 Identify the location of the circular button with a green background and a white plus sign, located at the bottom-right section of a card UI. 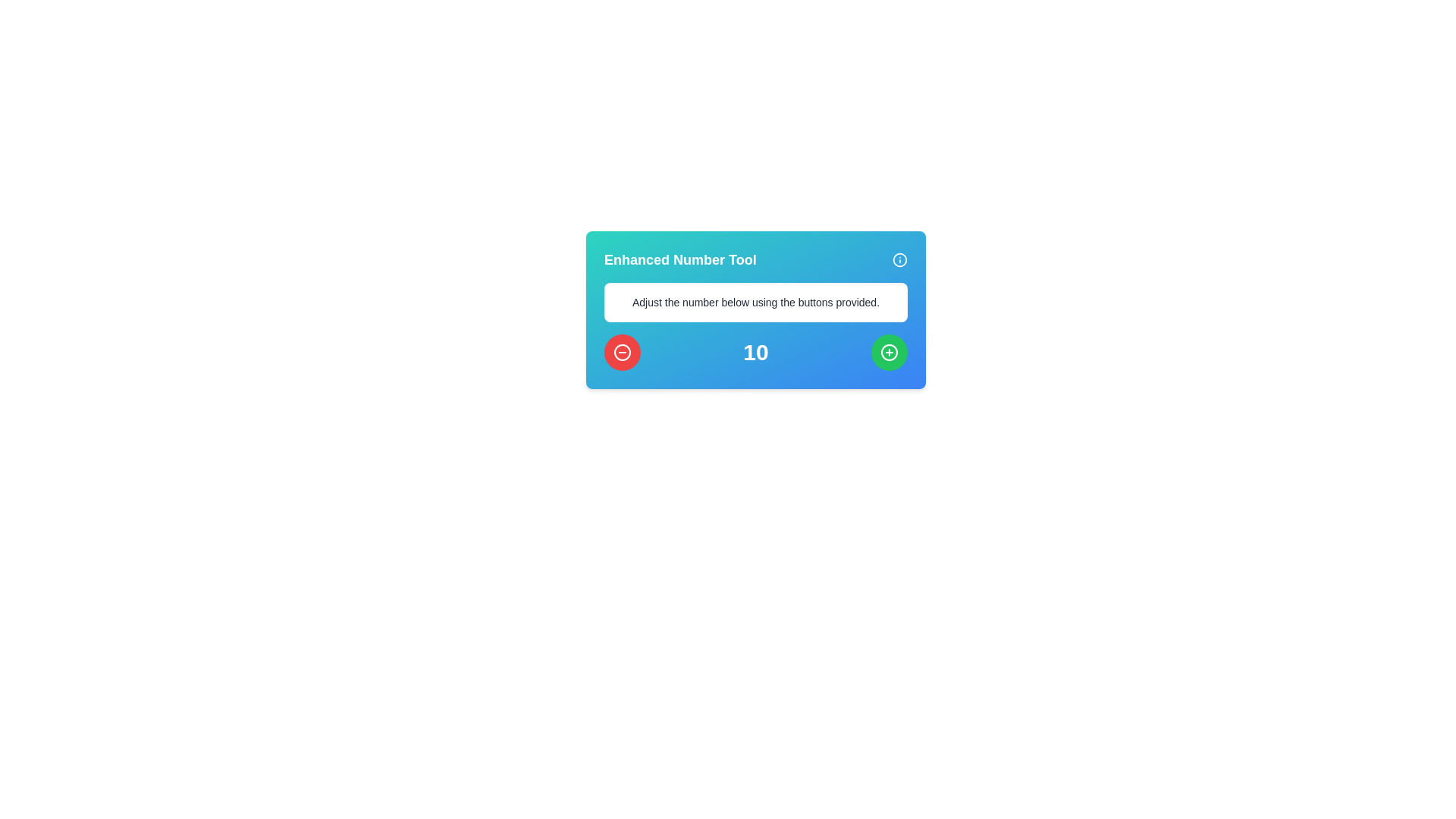
(889, 353).